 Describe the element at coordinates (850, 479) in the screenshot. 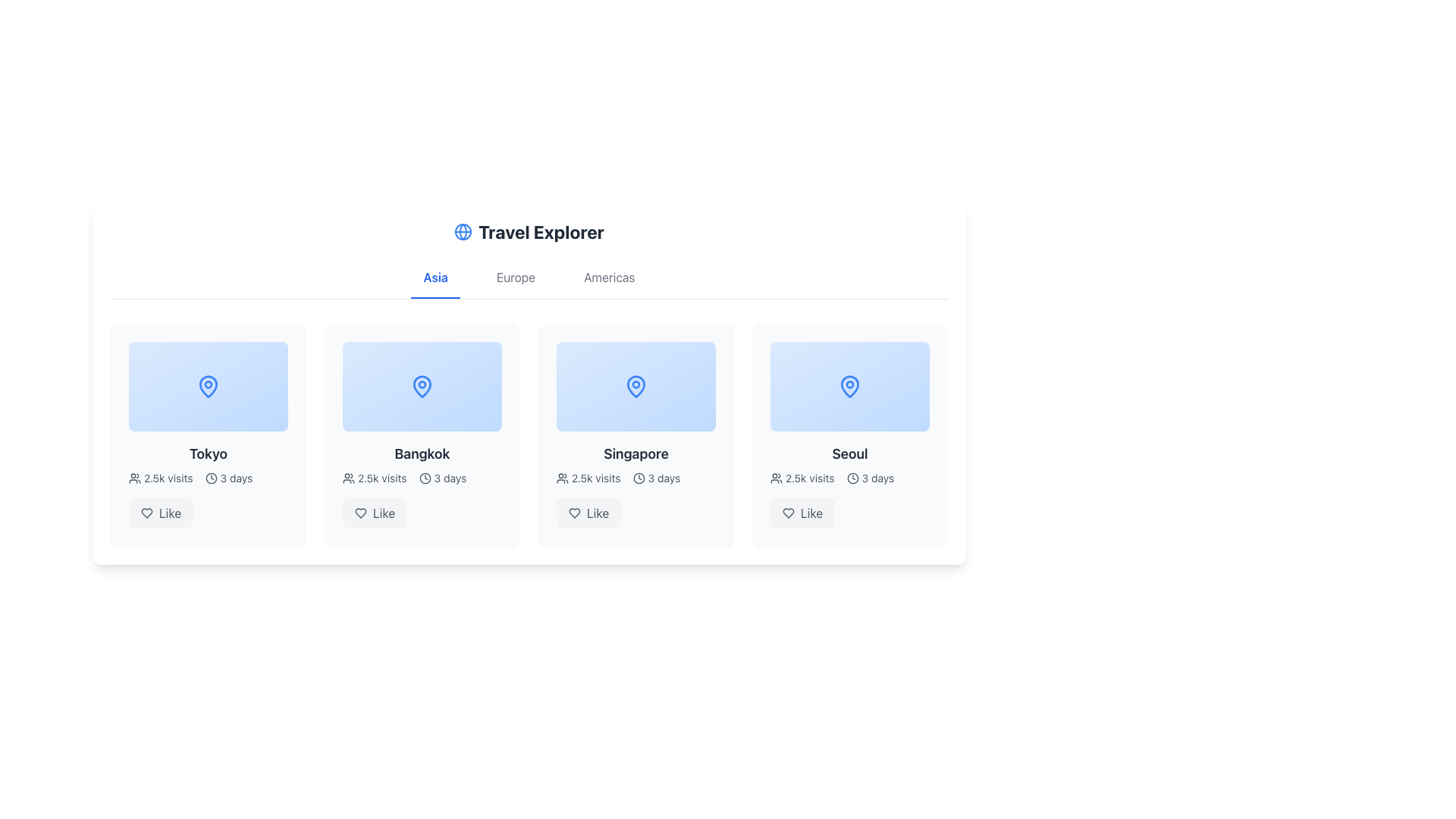

I see `displayed information from the Text and Icon Group located in the card titled 'Seoul', which shows '2.5k visits' and '3 days'` at that location.